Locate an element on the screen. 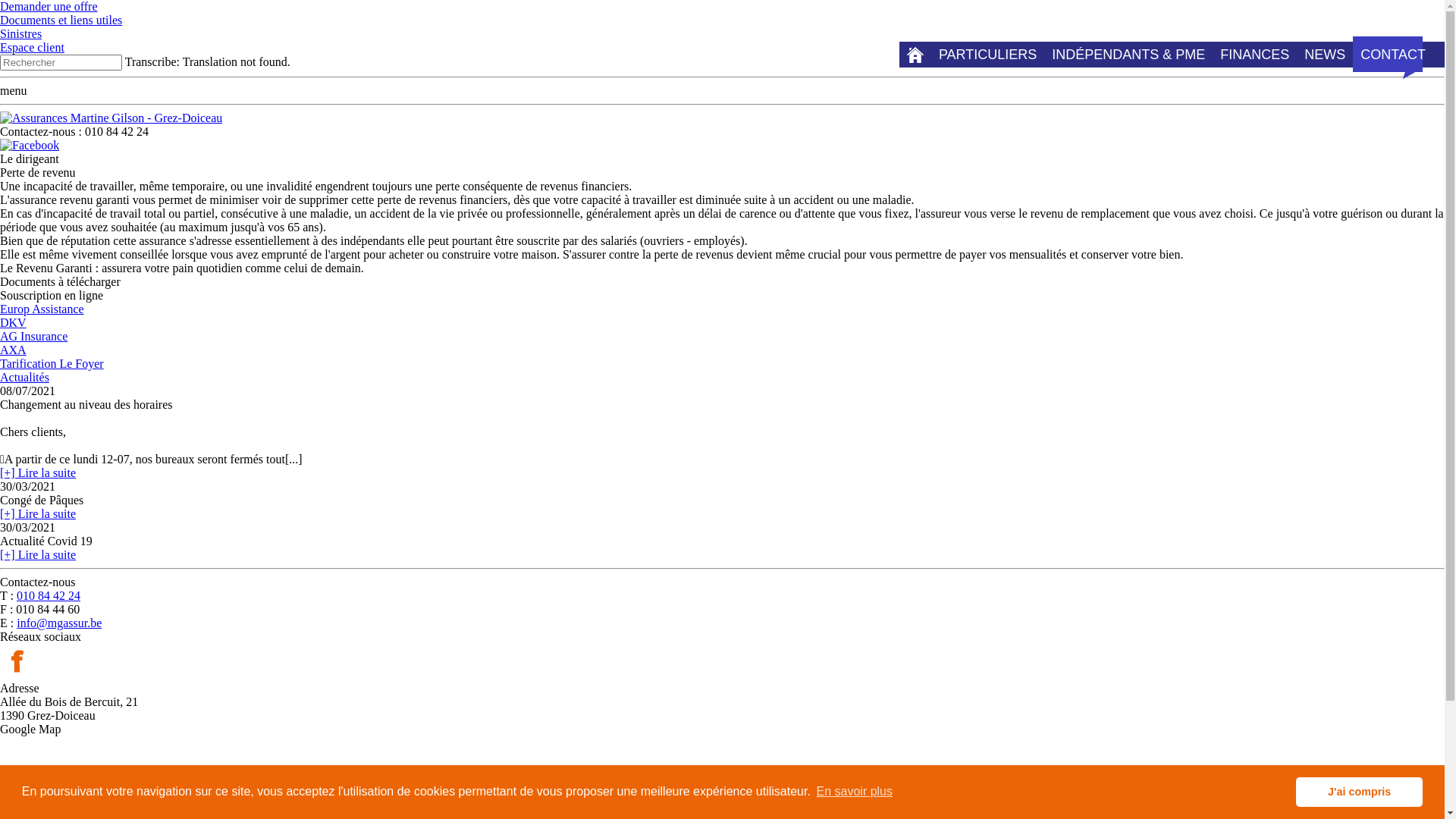 Image resolution: width=1456 pixels, height=819 pixels. 'DKV' is located at coordinates (0, 322).